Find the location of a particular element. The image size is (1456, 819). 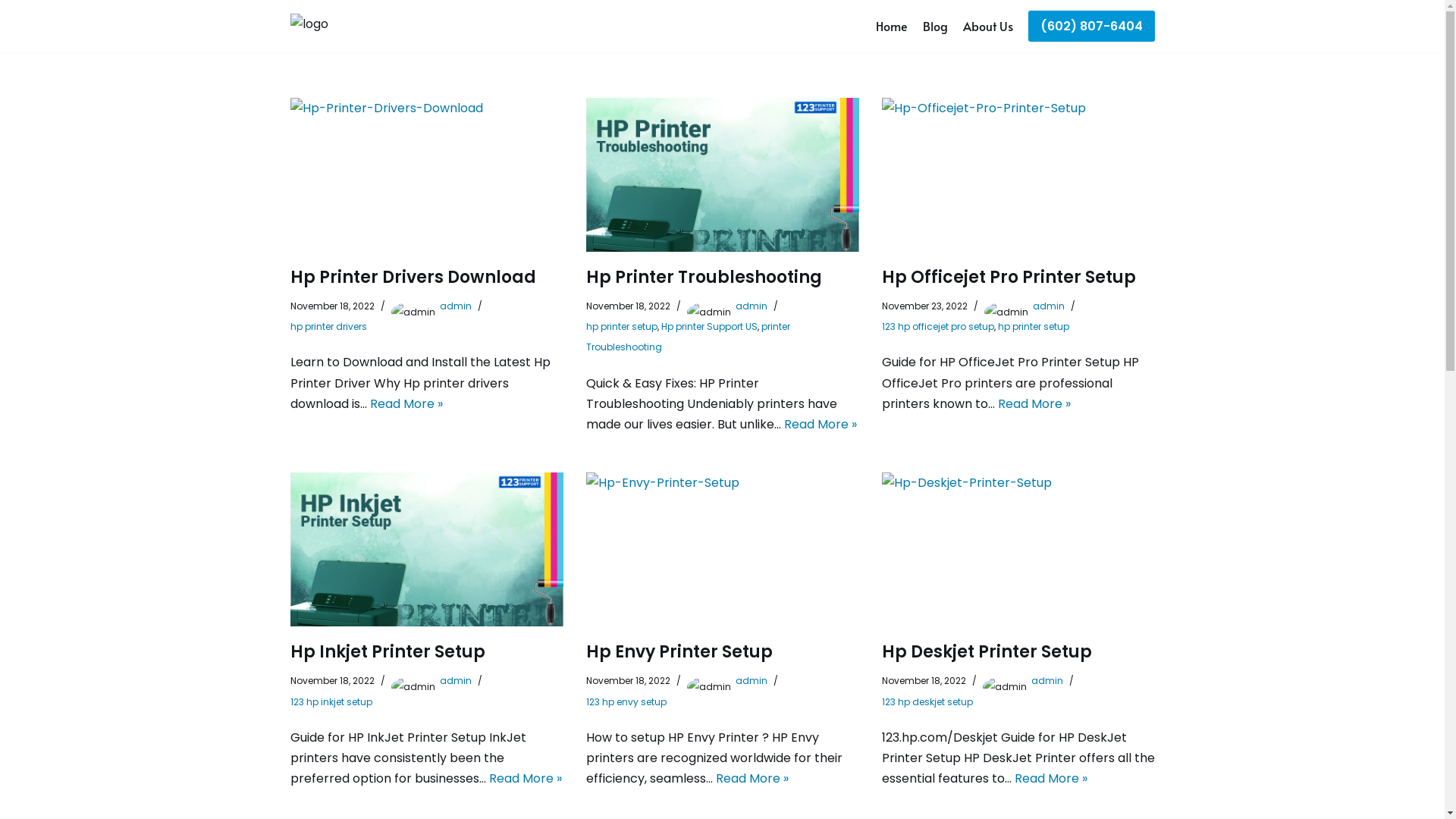

'Home' is located at coordinates (891, 26).